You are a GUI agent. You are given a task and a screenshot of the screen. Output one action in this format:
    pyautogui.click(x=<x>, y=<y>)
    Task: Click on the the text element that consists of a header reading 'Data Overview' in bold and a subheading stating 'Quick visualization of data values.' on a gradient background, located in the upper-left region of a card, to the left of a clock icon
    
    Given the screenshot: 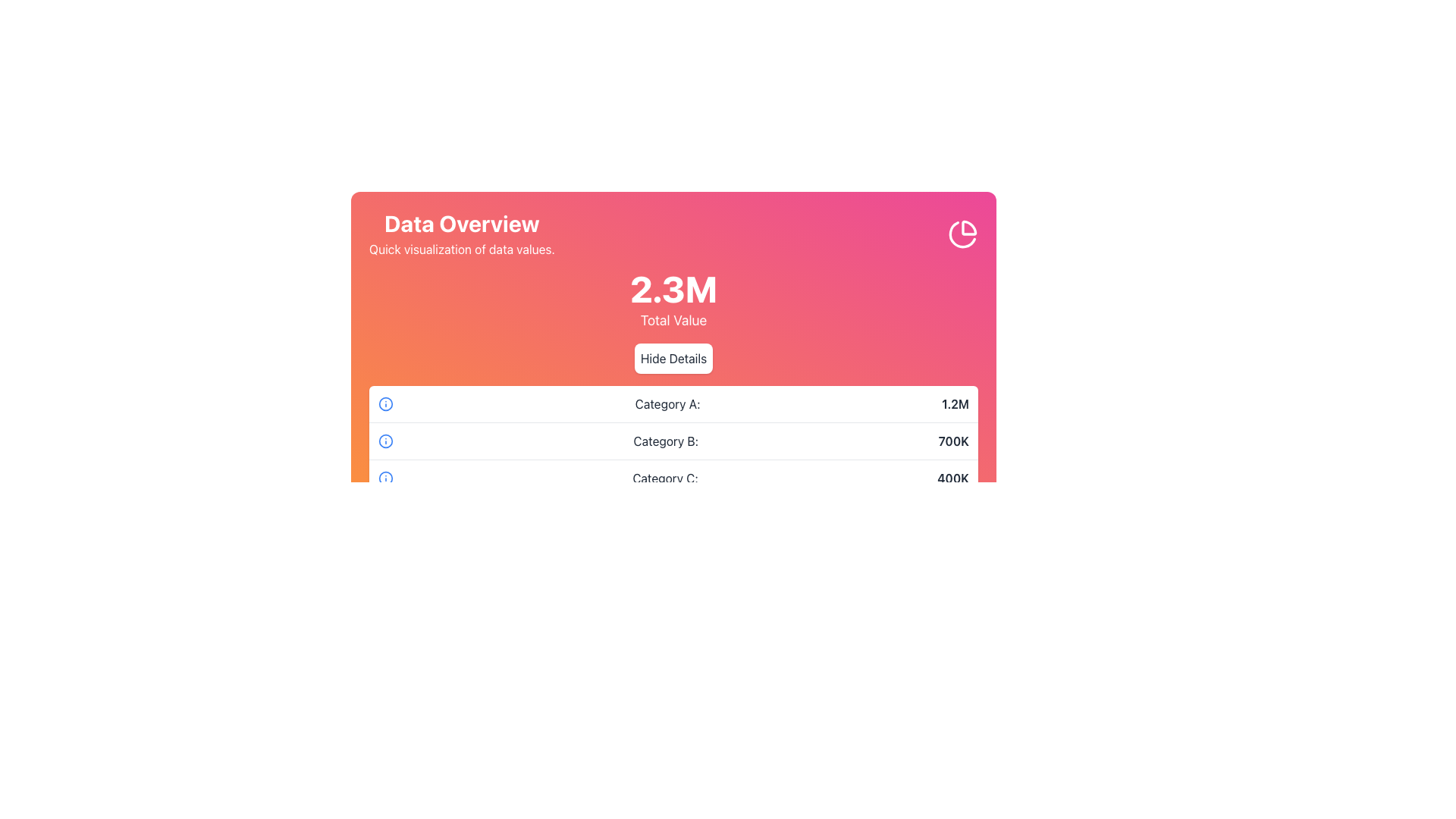 What is the action you would take?
    pyautogui.click(x=461, y=234)
    